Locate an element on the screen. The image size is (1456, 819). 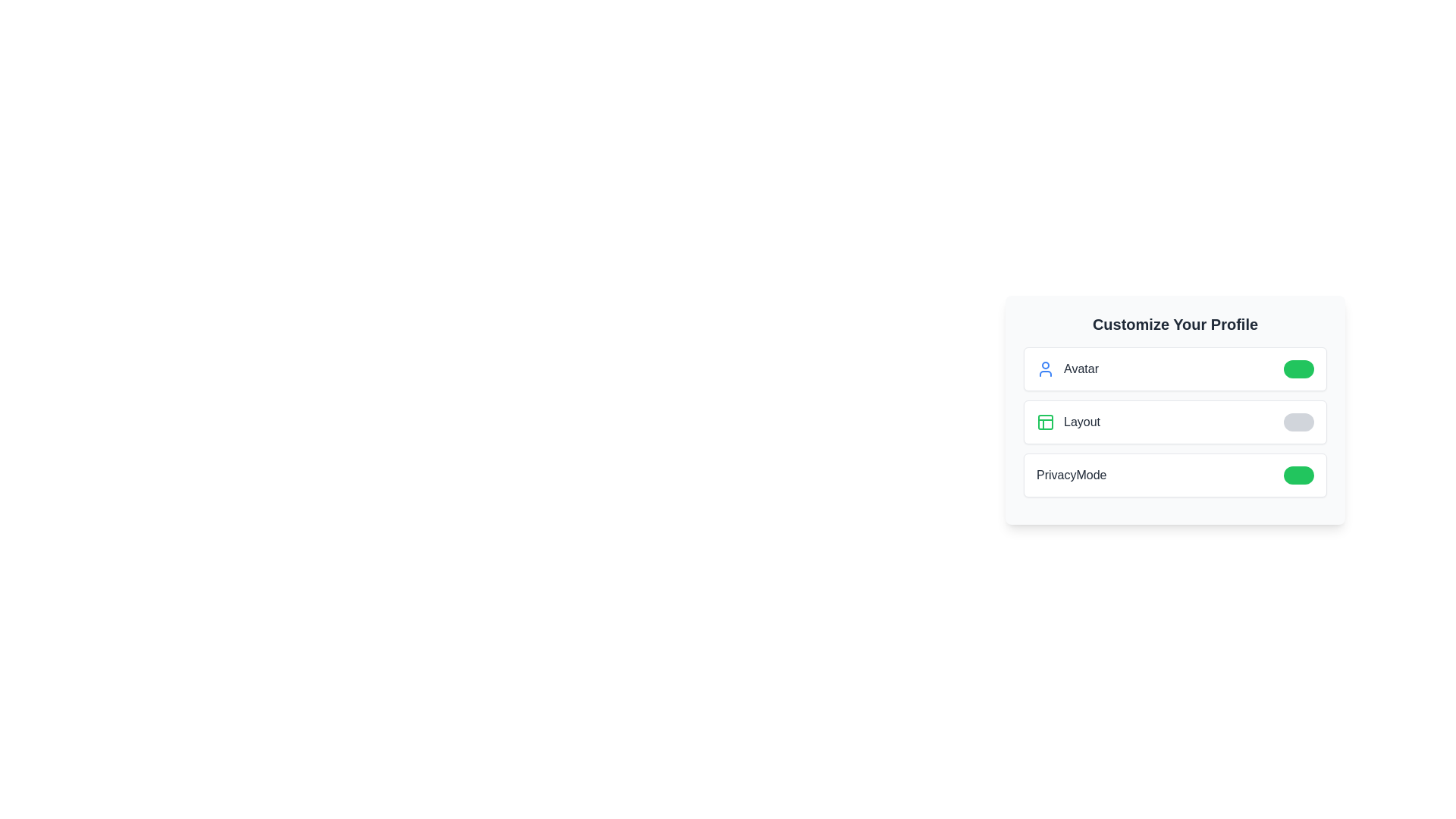
the icon representing the feature PrivacyMode is located at coordinates (1298, 475).